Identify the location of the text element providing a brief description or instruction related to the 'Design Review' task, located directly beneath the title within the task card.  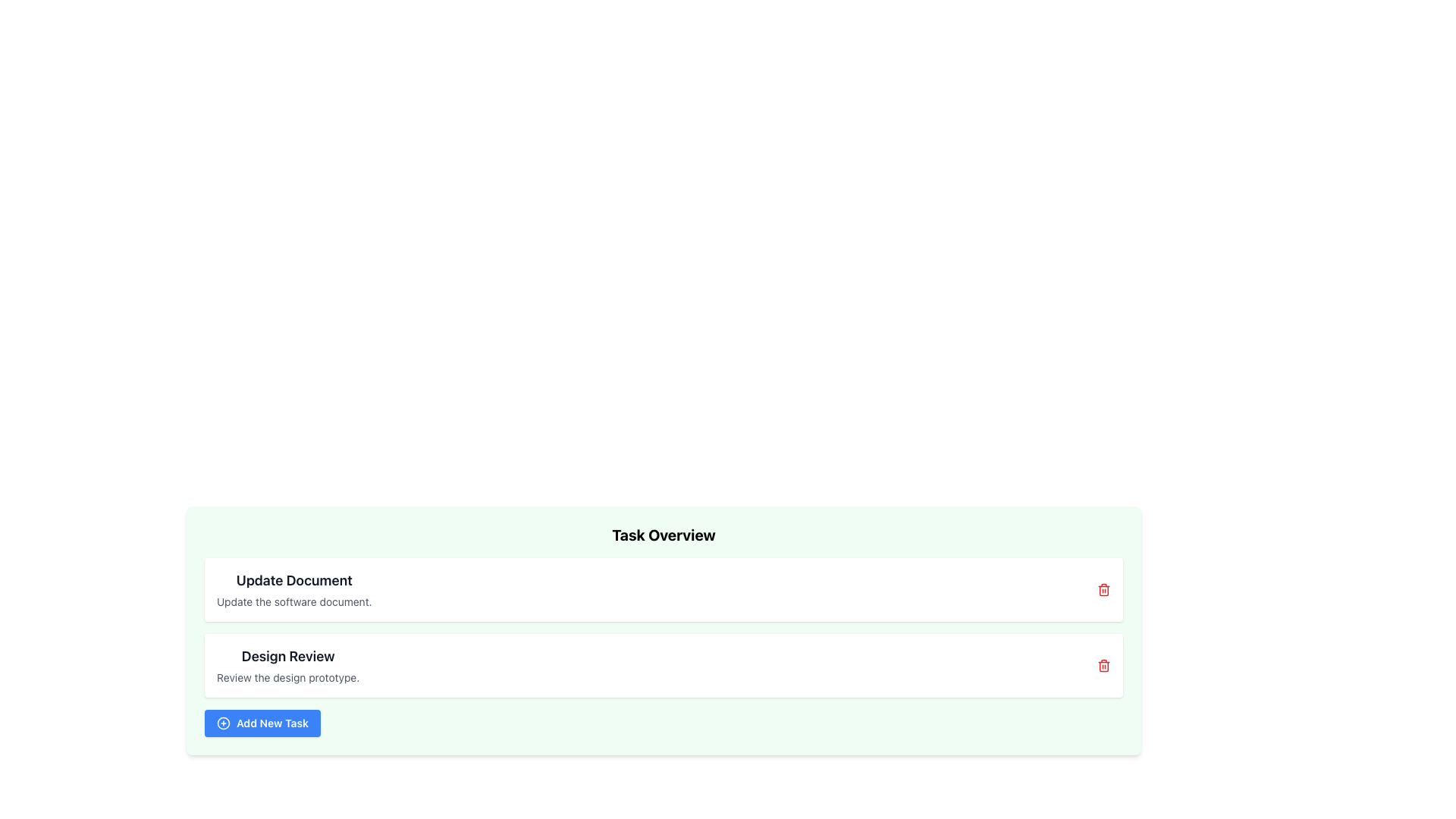
(288, 677).